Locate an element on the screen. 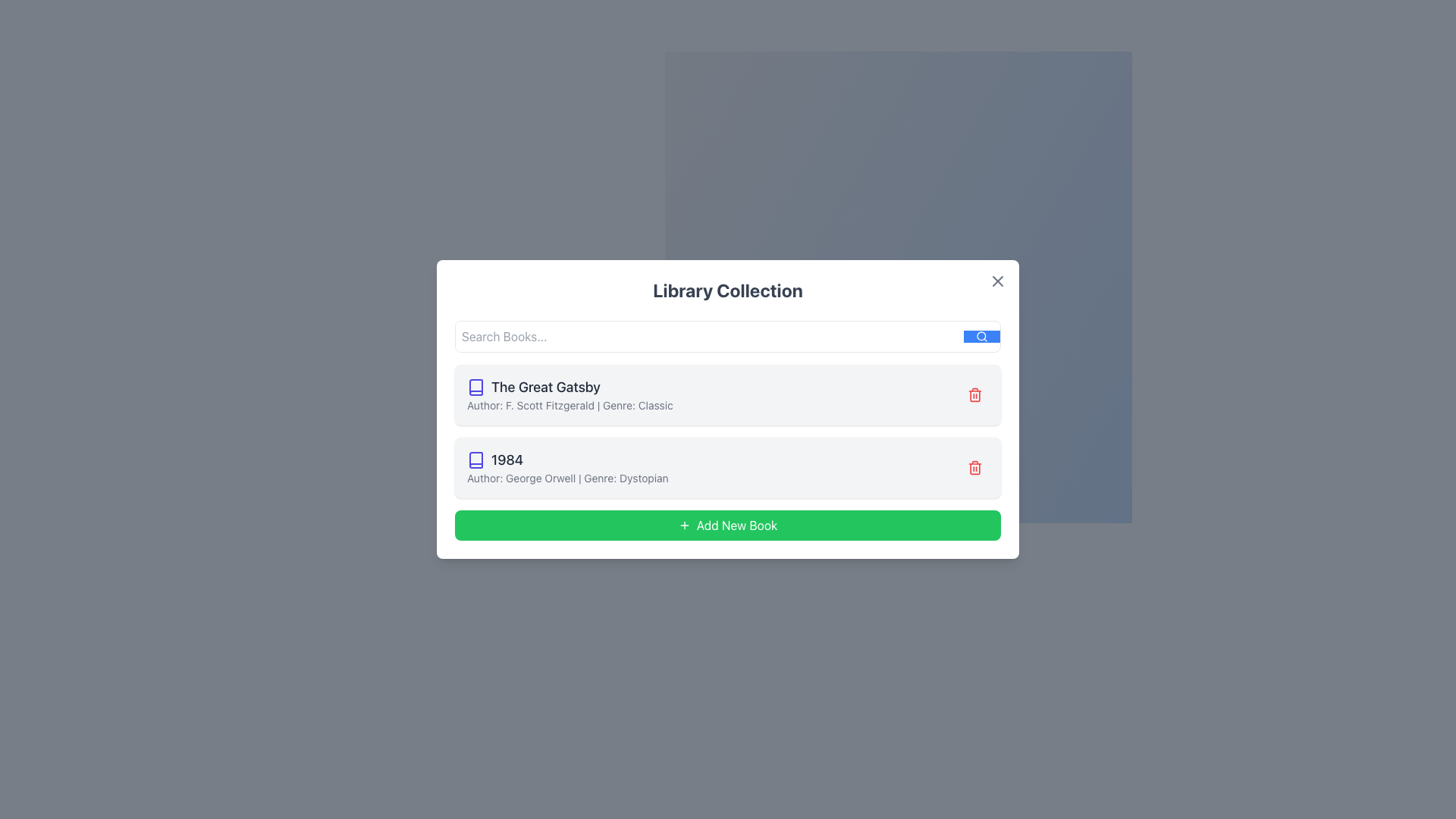  the magnifying glass icon button located at the right edge of the search bar to initiate a search is located at coordinates (982, 335).